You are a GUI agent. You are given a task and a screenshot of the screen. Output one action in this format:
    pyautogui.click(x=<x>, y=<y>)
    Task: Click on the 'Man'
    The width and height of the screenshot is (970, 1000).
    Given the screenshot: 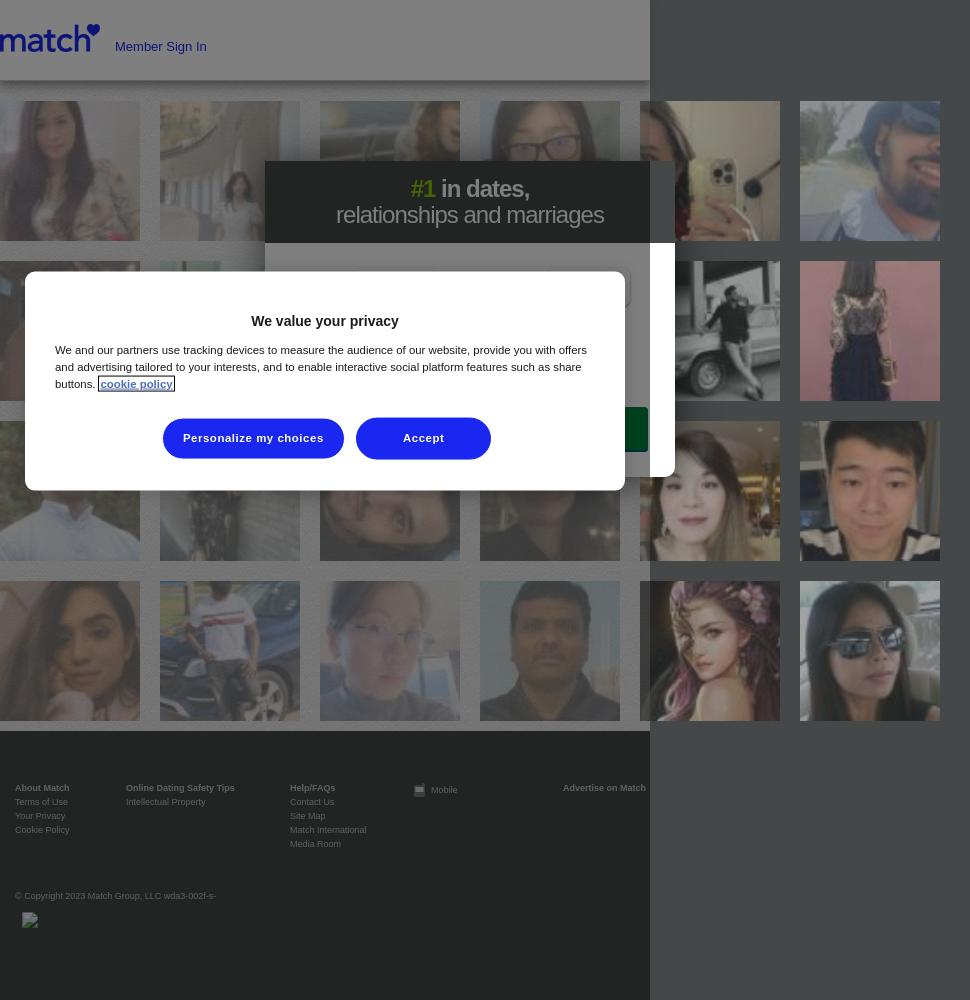 What is the action you would take?
    pyautogui.click(x=568, y=287)
    